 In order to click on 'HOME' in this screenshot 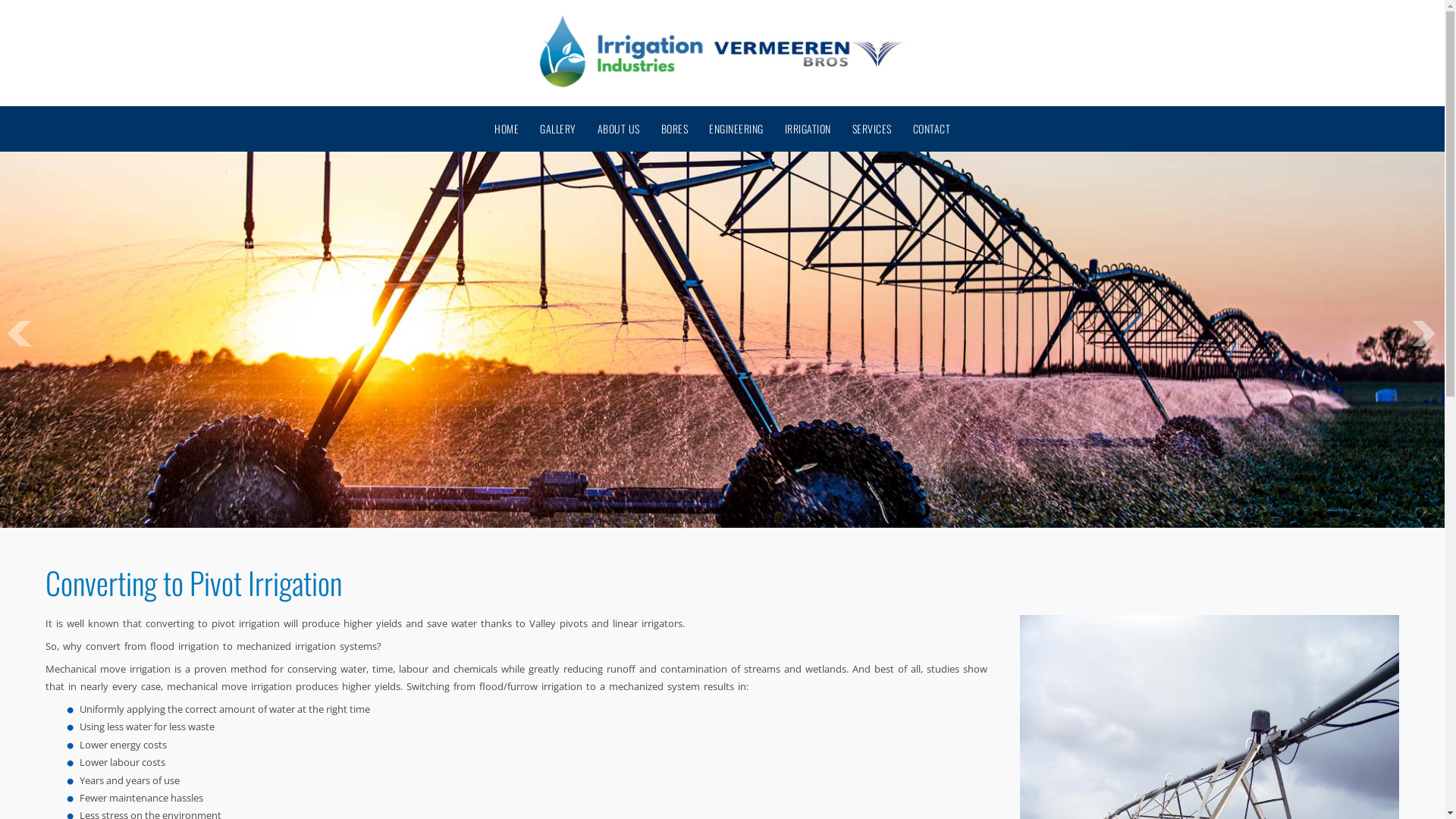, I will do `click(506, 127)`.